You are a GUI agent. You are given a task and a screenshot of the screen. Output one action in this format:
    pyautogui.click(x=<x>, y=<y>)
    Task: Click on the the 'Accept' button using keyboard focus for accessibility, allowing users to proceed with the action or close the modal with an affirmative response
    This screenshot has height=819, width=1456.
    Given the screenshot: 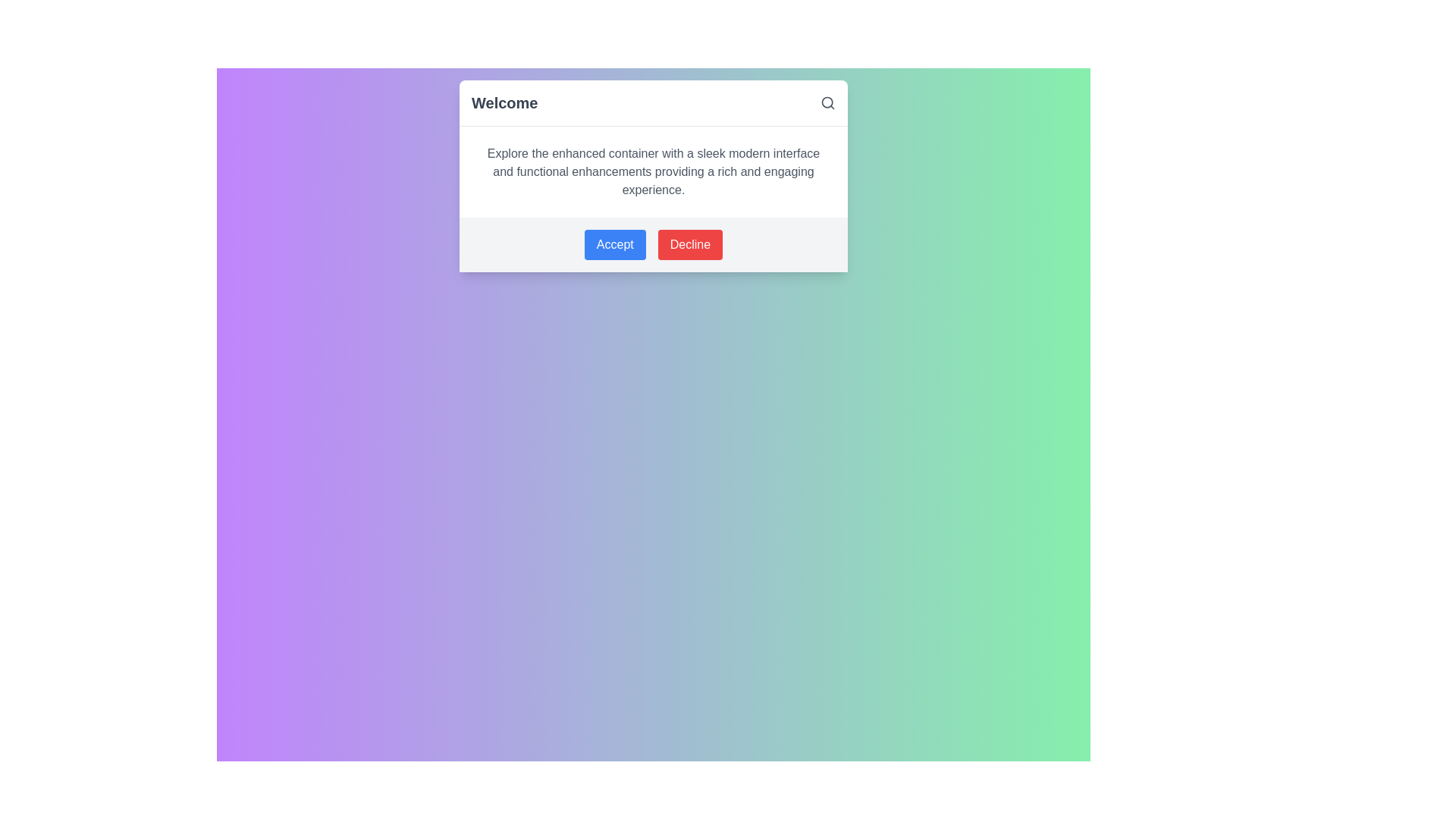 What is the action you would take?
    pyautogui.click(x=615, y=244)
    